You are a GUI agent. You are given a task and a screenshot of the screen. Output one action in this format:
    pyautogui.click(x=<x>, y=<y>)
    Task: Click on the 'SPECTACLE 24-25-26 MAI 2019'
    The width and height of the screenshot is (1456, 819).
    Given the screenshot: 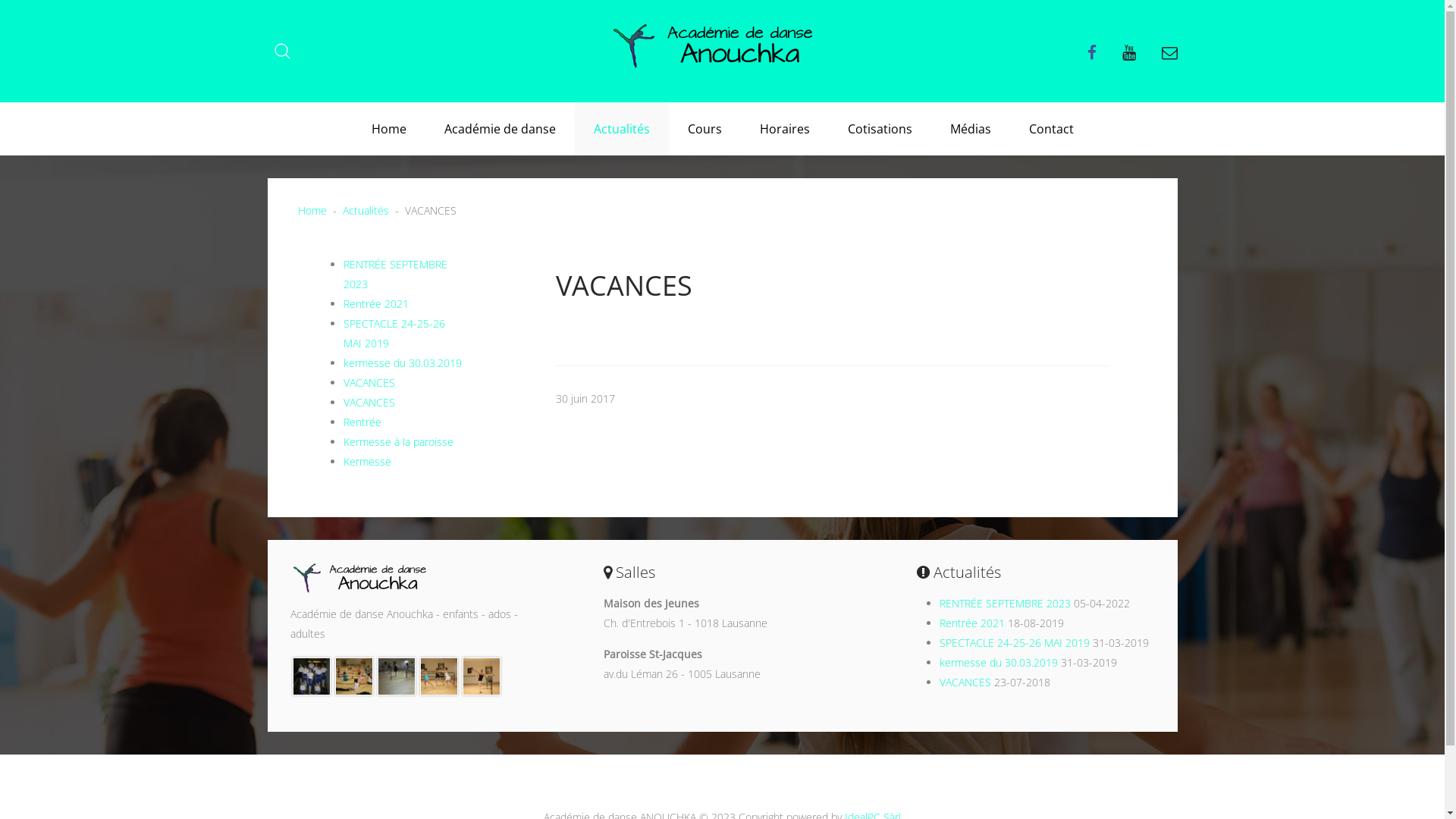 What is the action you would take?
    pyautogui.click(x=393, y=332)
    